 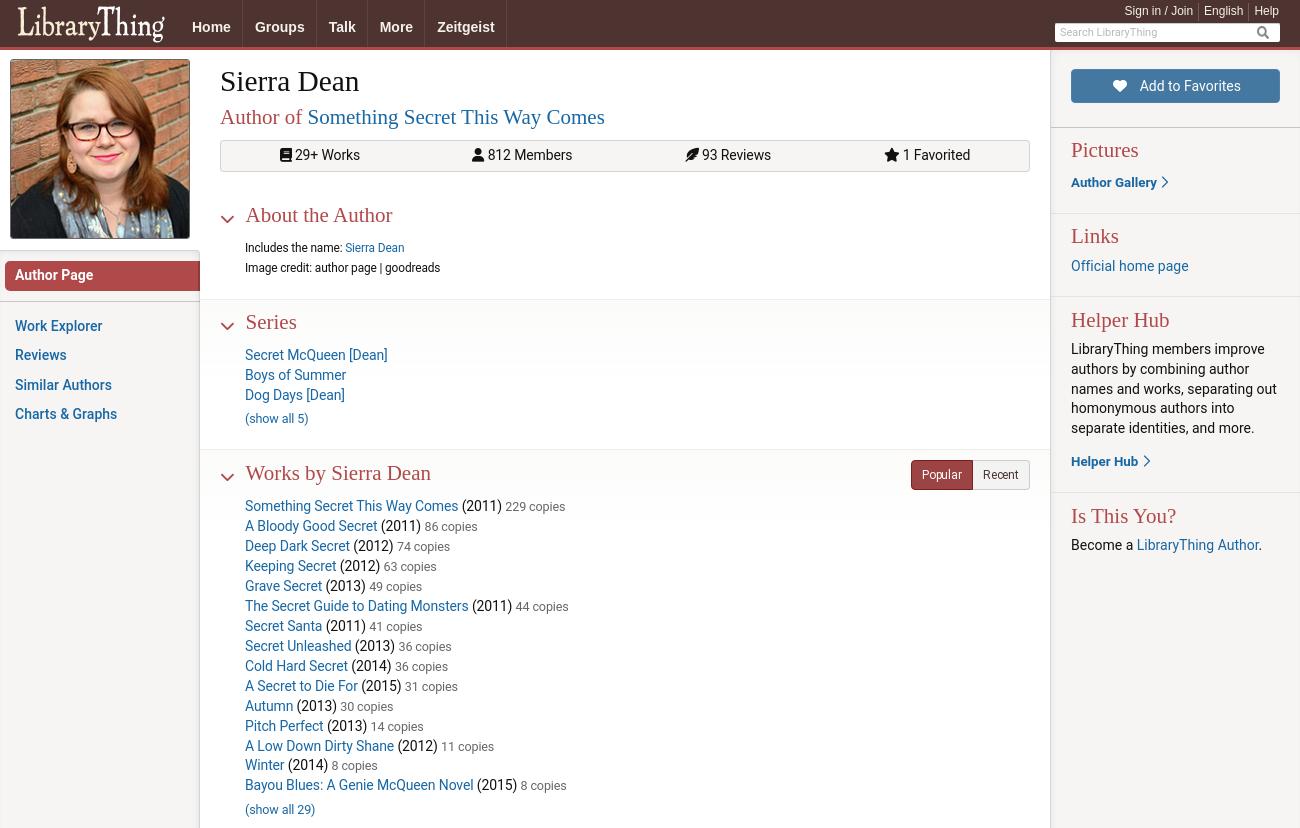 I want to click on 'Keeping Secret', so click(x=244, y=565).